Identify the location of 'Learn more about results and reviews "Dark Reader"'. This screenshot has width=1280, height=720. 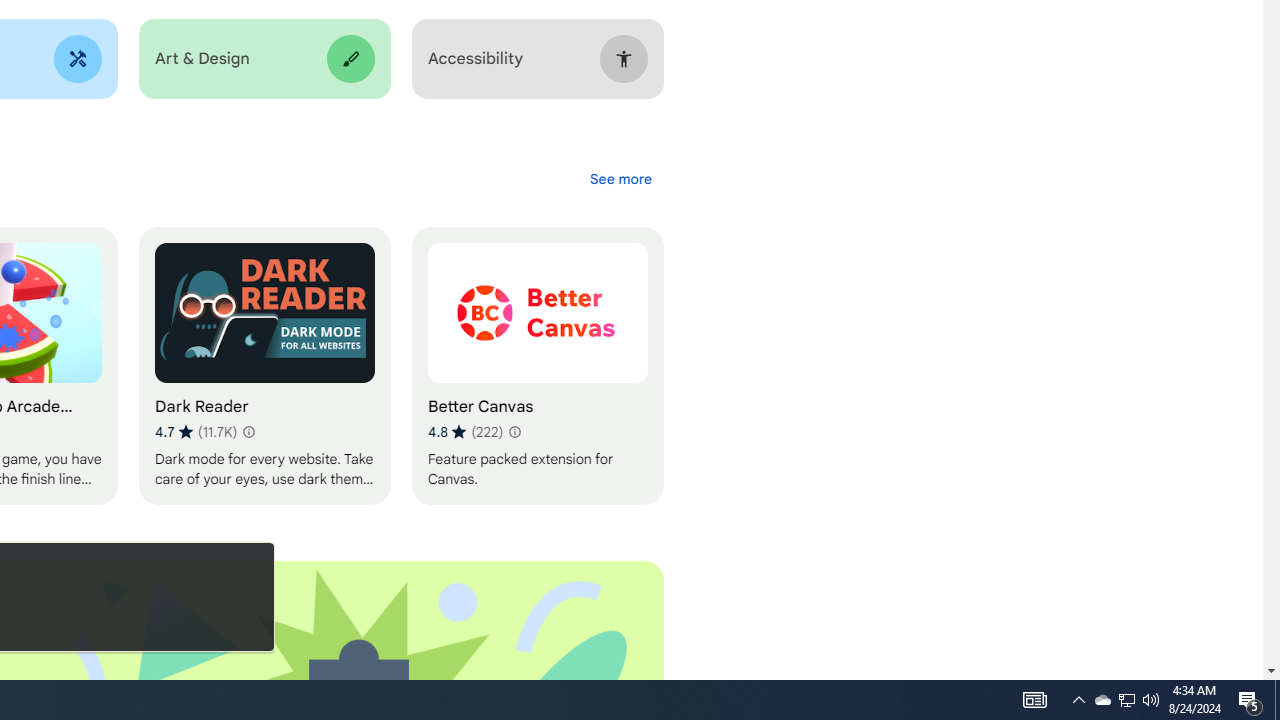
(246, 431).